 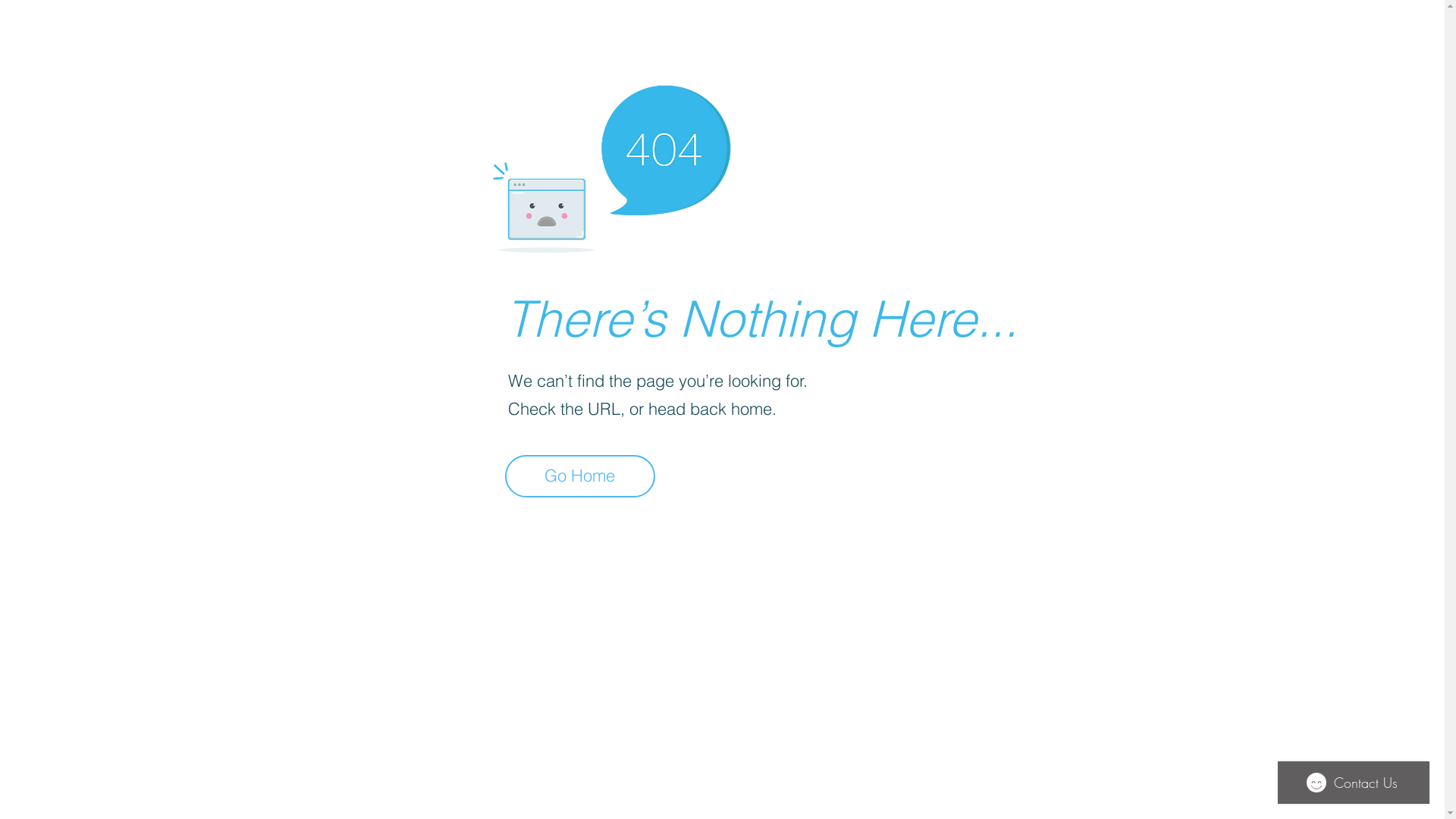 What do you see at coordinates (579, 475) in the screenshot?
I see `'Go Home'` at bounding box center [579, 475].